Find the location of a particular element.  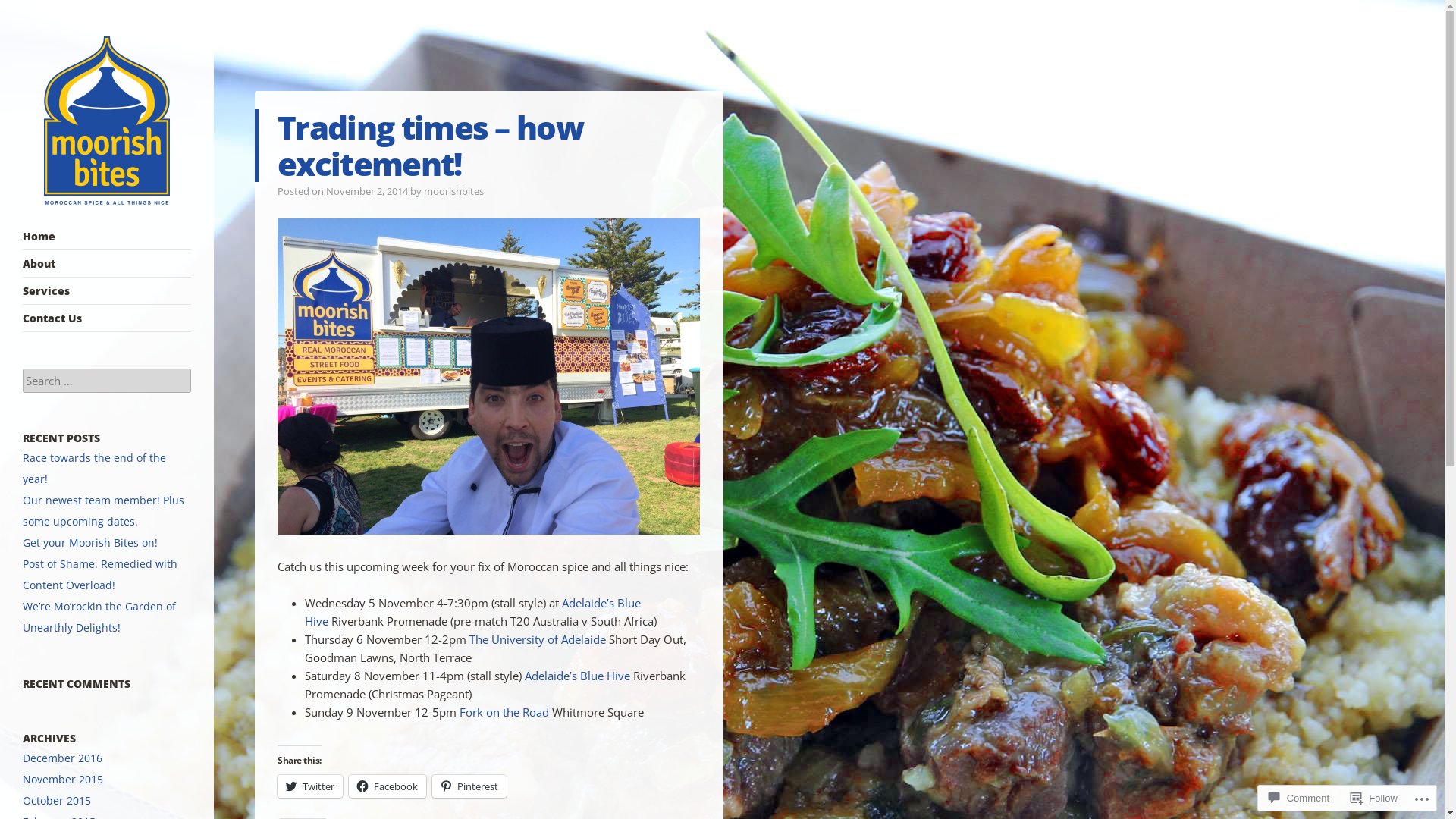

'December 2016' is located at coordinates (61, 758).